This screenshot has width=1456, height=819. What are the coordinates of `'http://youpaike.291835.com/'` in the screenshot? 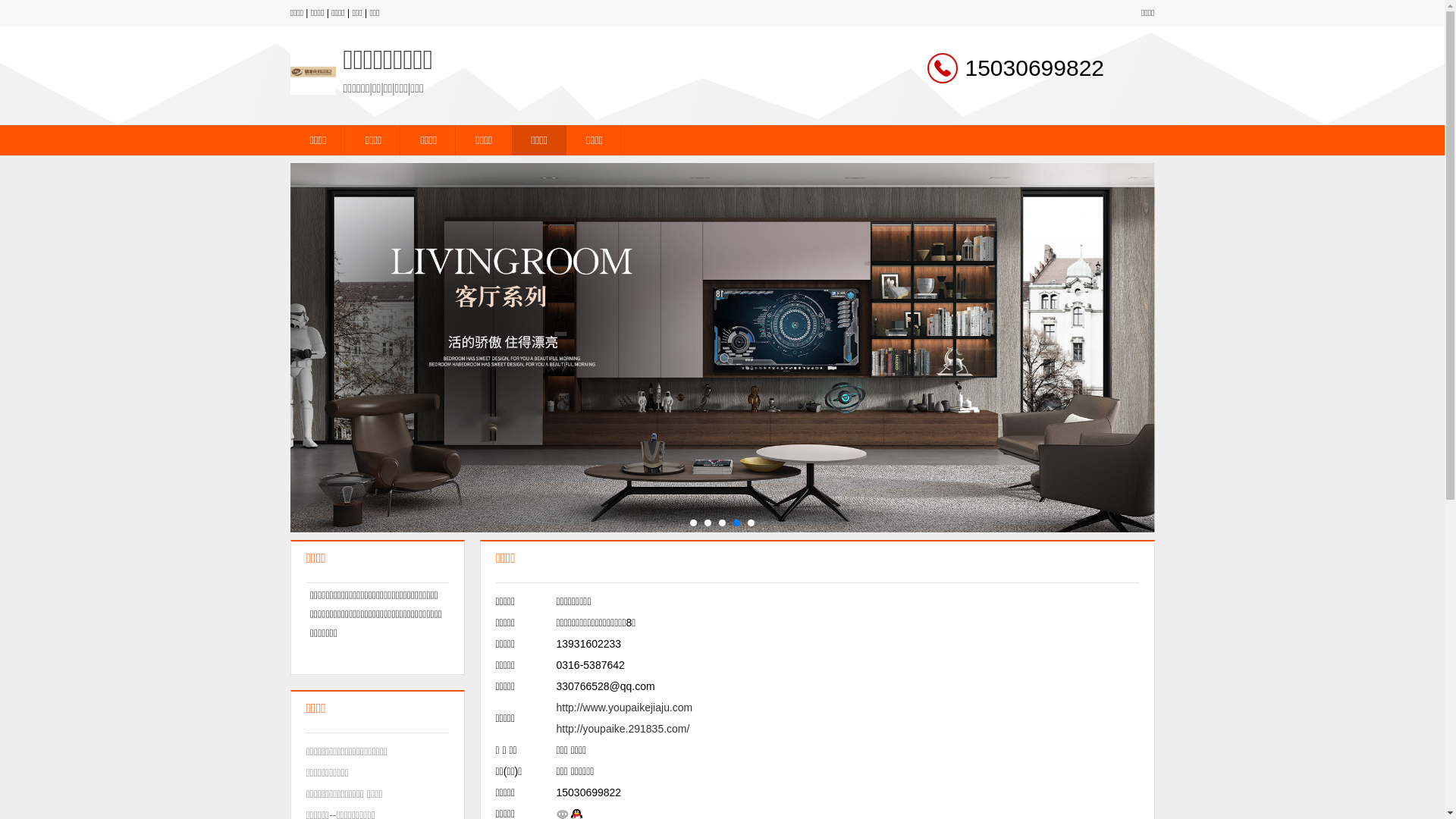 It's located at (623, 727).